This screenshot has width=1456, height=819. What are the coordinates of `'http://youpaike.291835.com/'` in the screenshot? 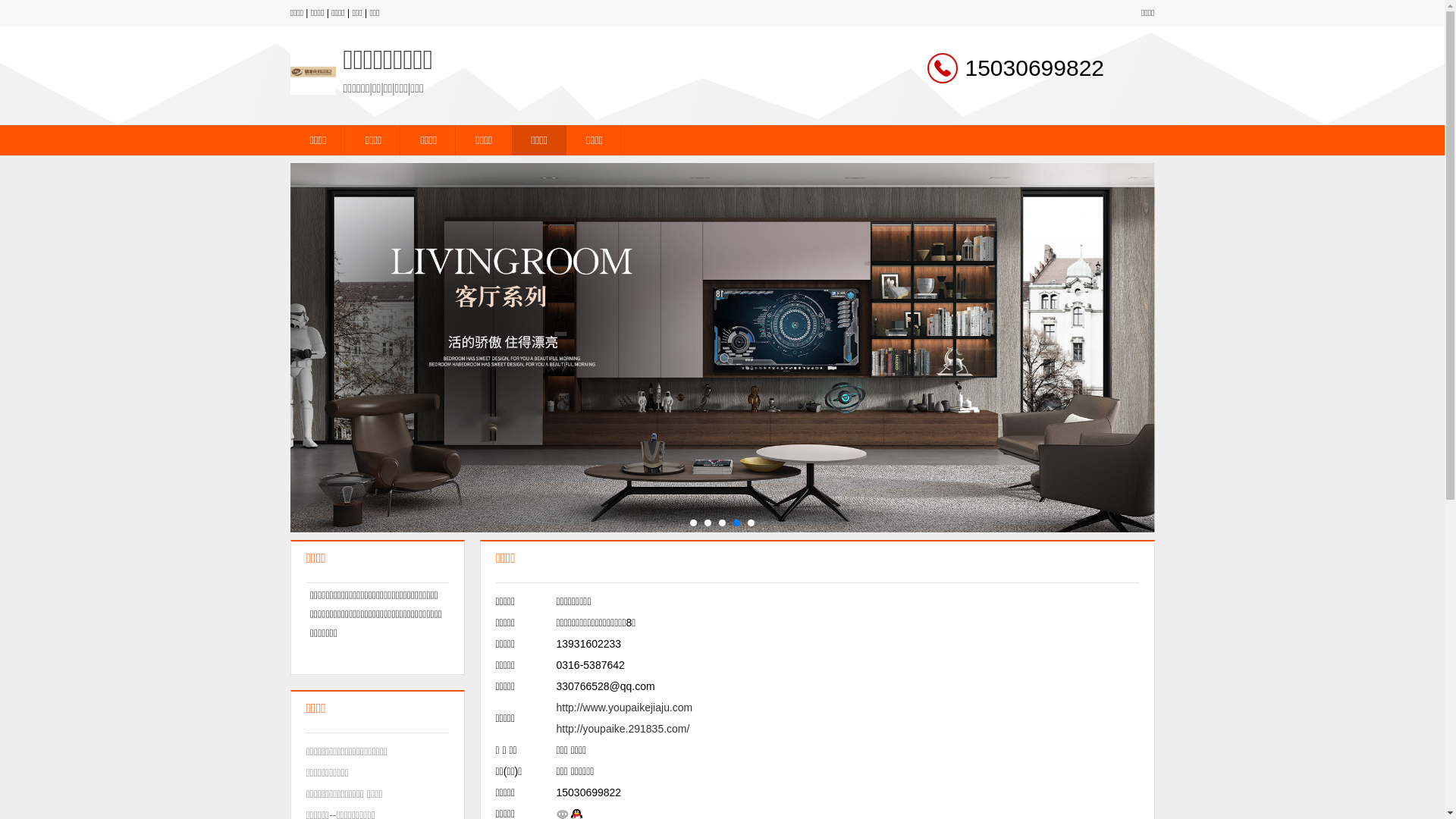 It's located at (623, 727).